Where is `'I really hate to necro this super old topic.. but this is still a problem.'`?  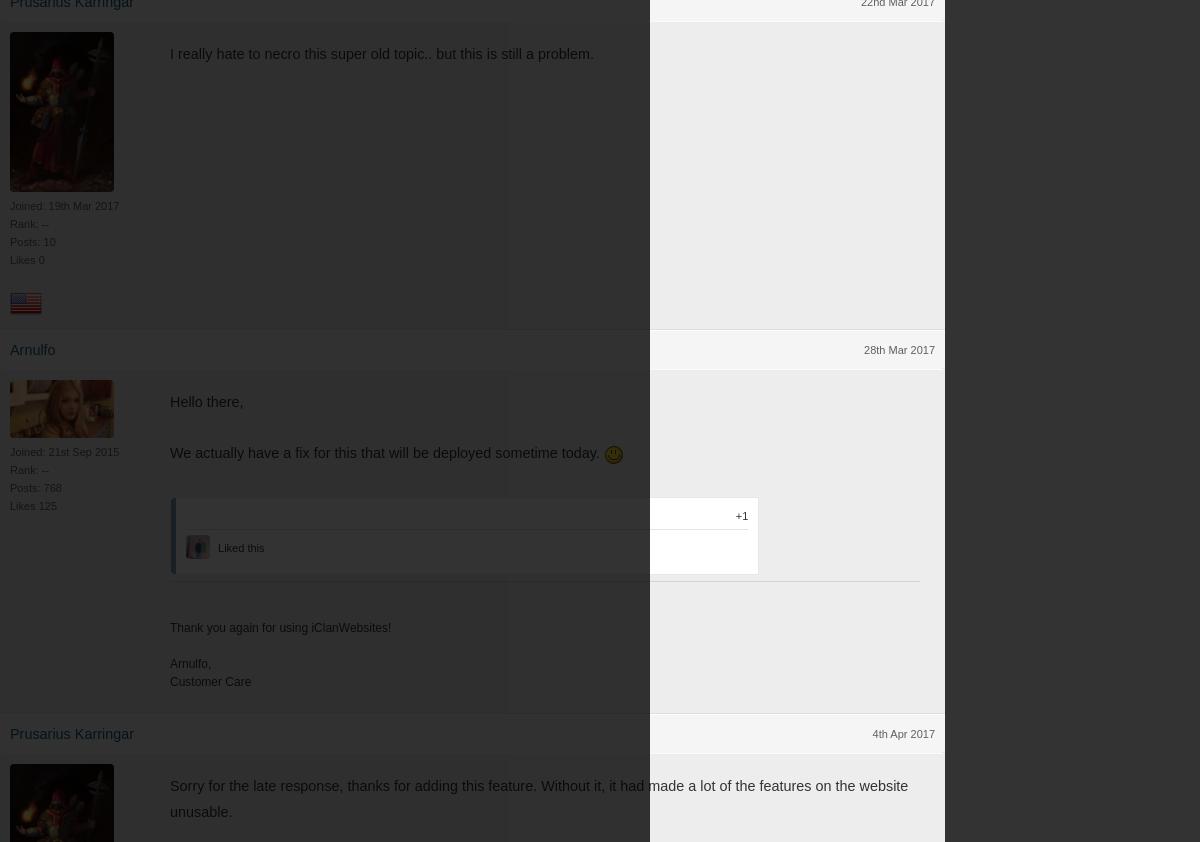 'I really hate to necro this super old topic.. but this is still a problem.' is located at coordinates (381, 52).